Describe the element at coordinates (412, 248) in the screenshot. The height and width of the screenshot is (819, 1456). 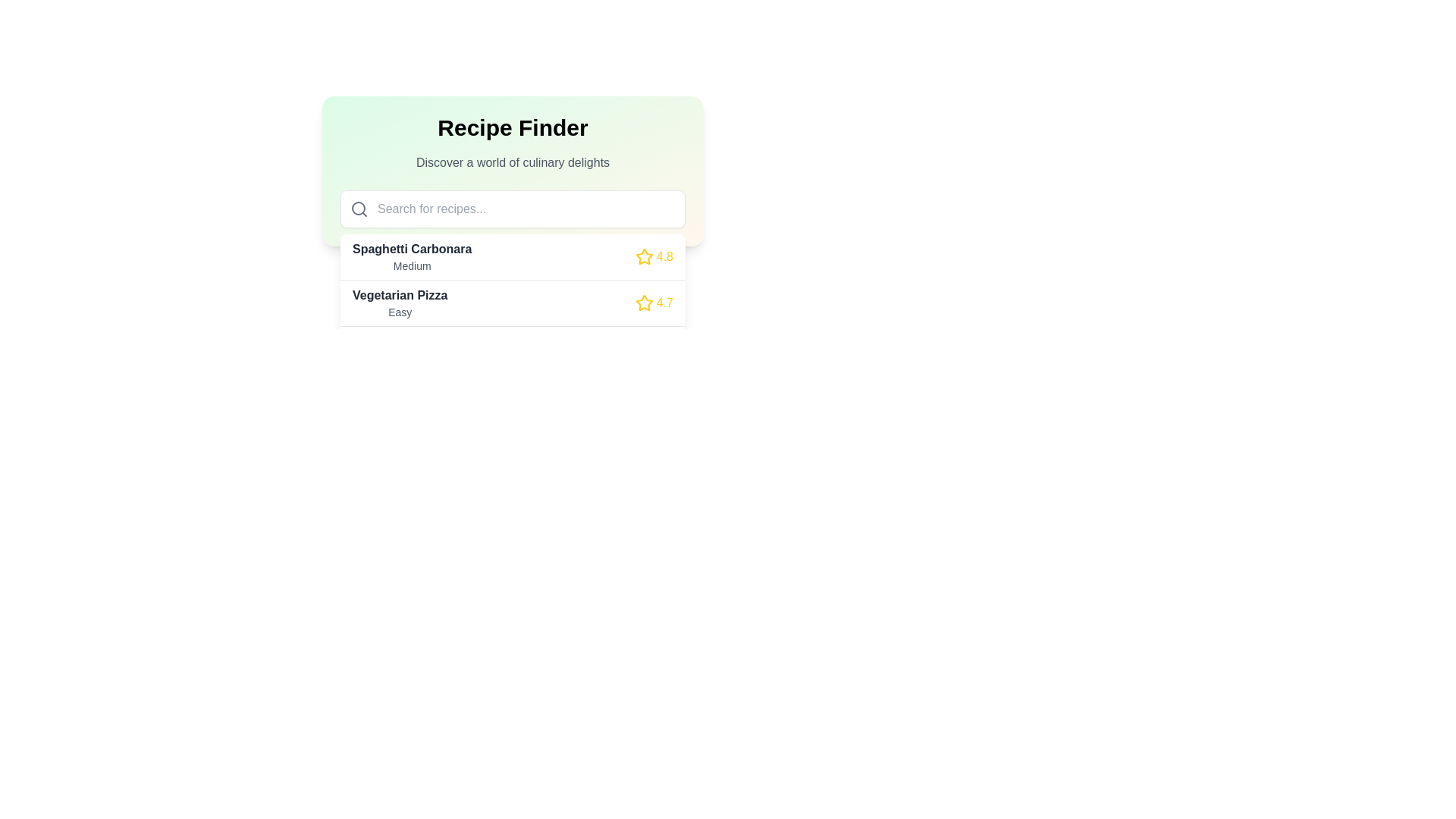
I see `the non-interactive label displaying the recipe name 'Spaghetti Carbonara', located at the upper part of the dish list` at that location.